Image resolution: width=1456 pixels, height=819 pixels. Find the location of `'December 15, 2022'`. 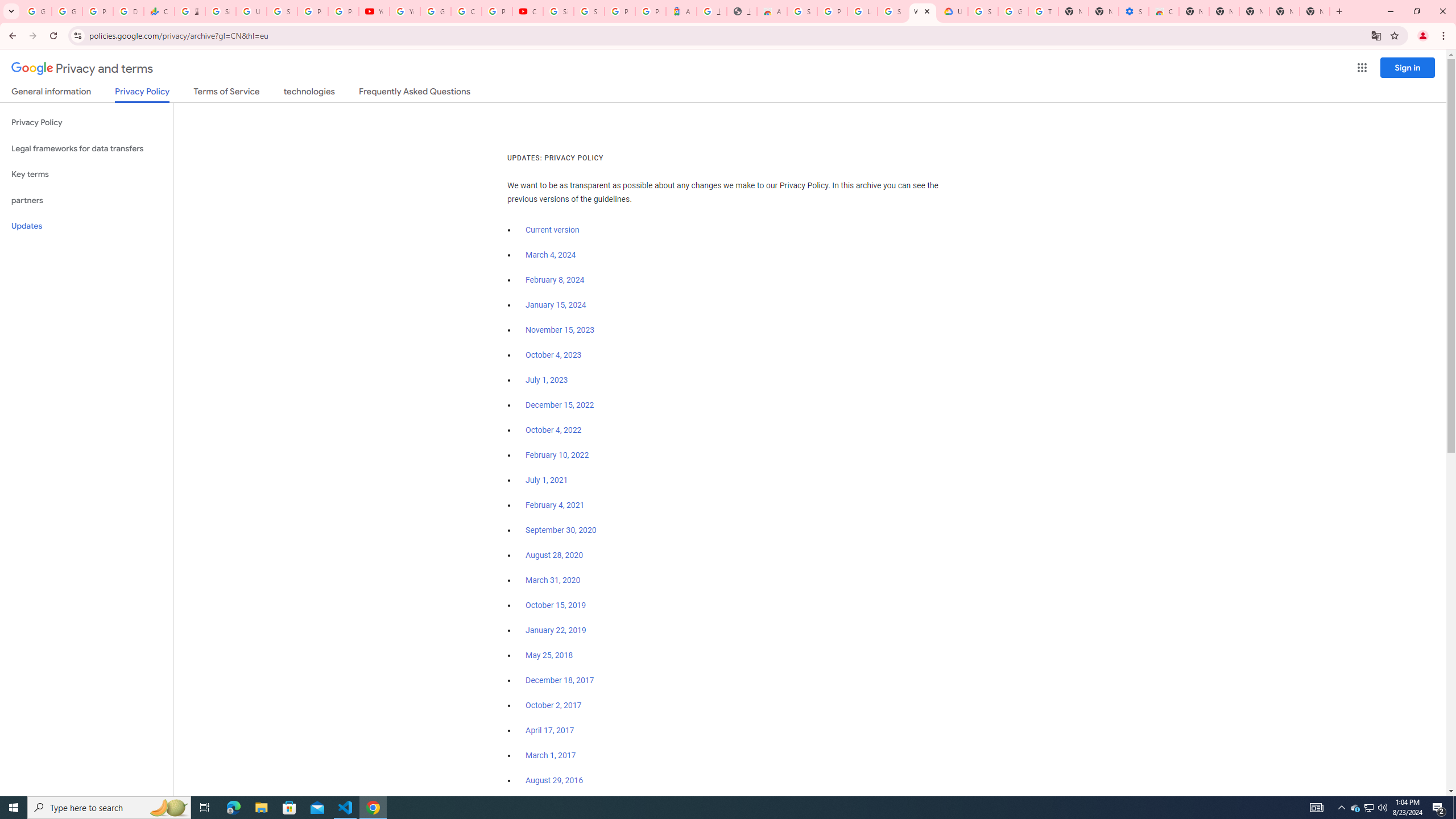

'December 15, 2022' is located at coordinates (559, 405).